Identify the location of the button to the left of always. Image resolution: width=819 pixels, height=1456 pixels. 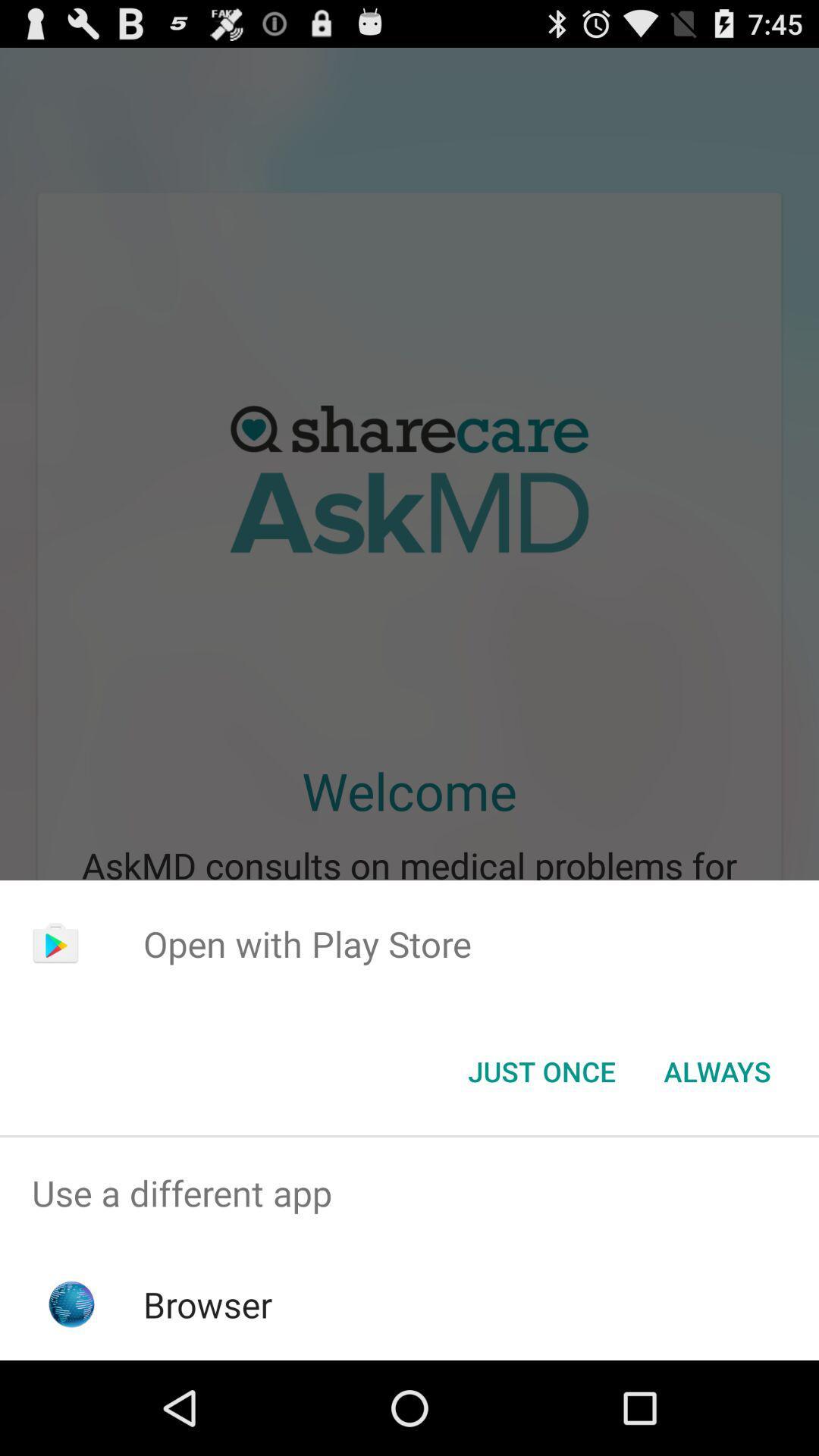
(541, 1070).